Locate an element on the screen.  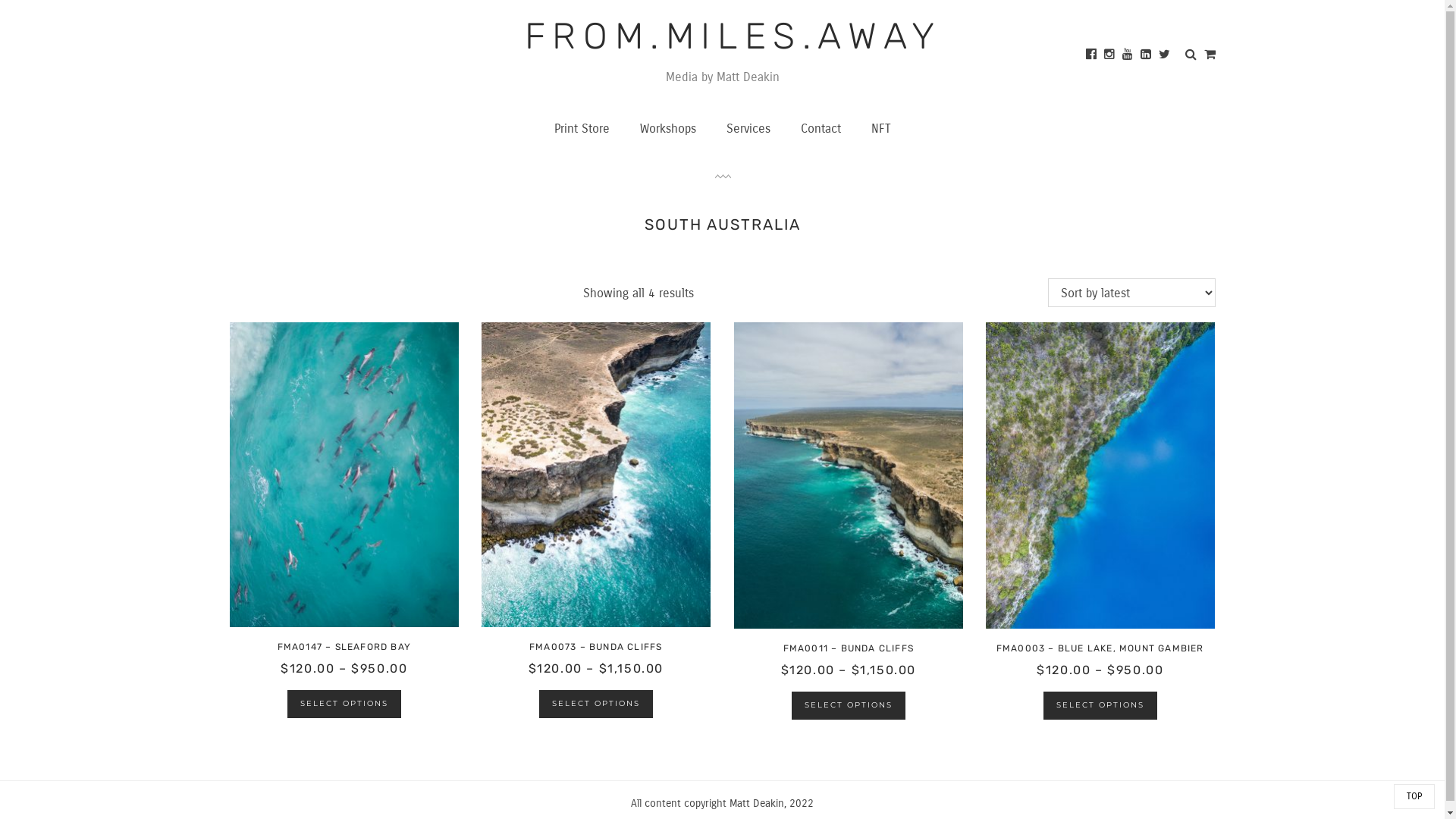
'Print Store' is located at coordinates (580, 127).